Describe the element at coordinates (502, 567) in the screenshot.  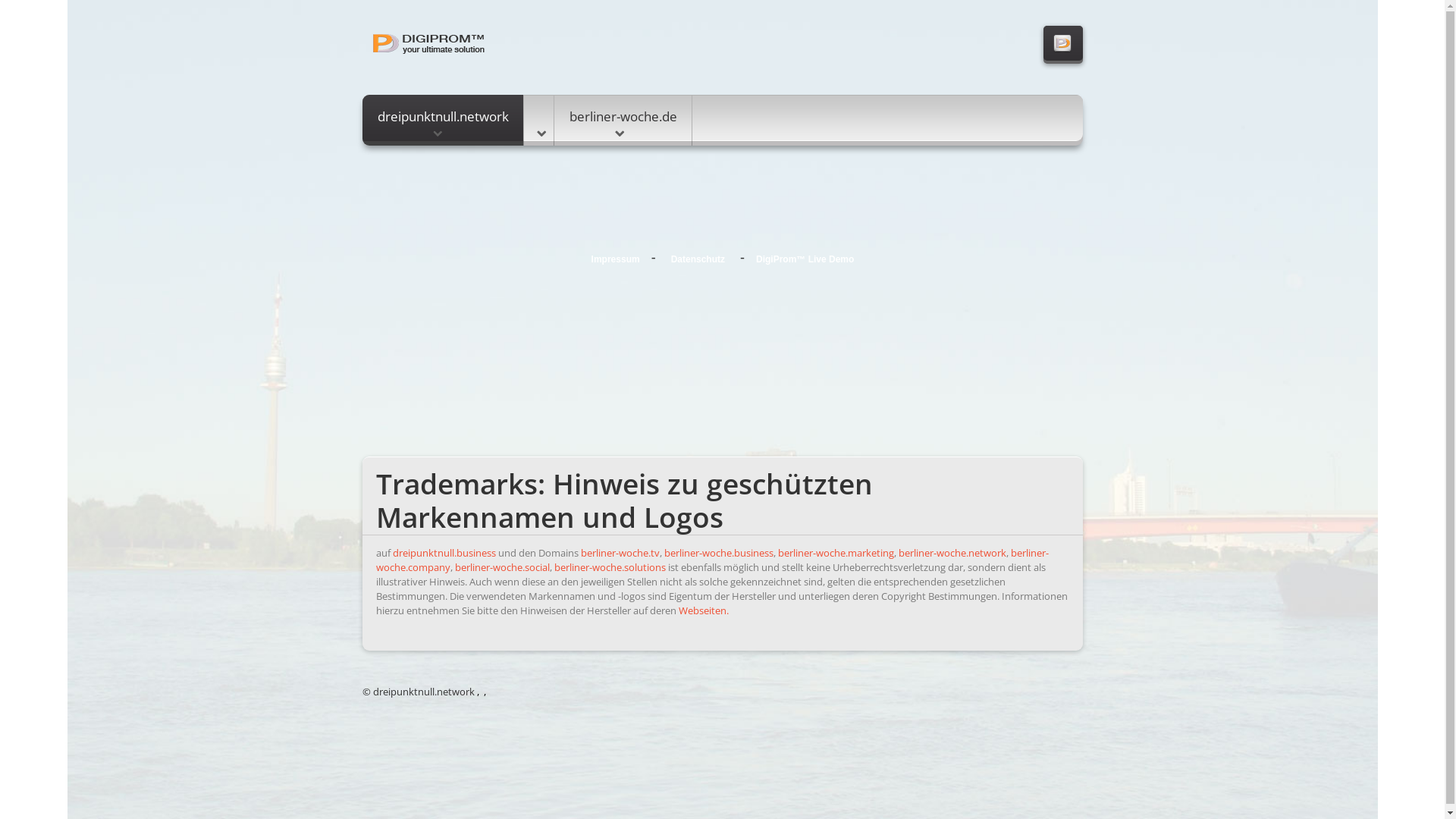
I see `'berliner-woche.social'` at that location.